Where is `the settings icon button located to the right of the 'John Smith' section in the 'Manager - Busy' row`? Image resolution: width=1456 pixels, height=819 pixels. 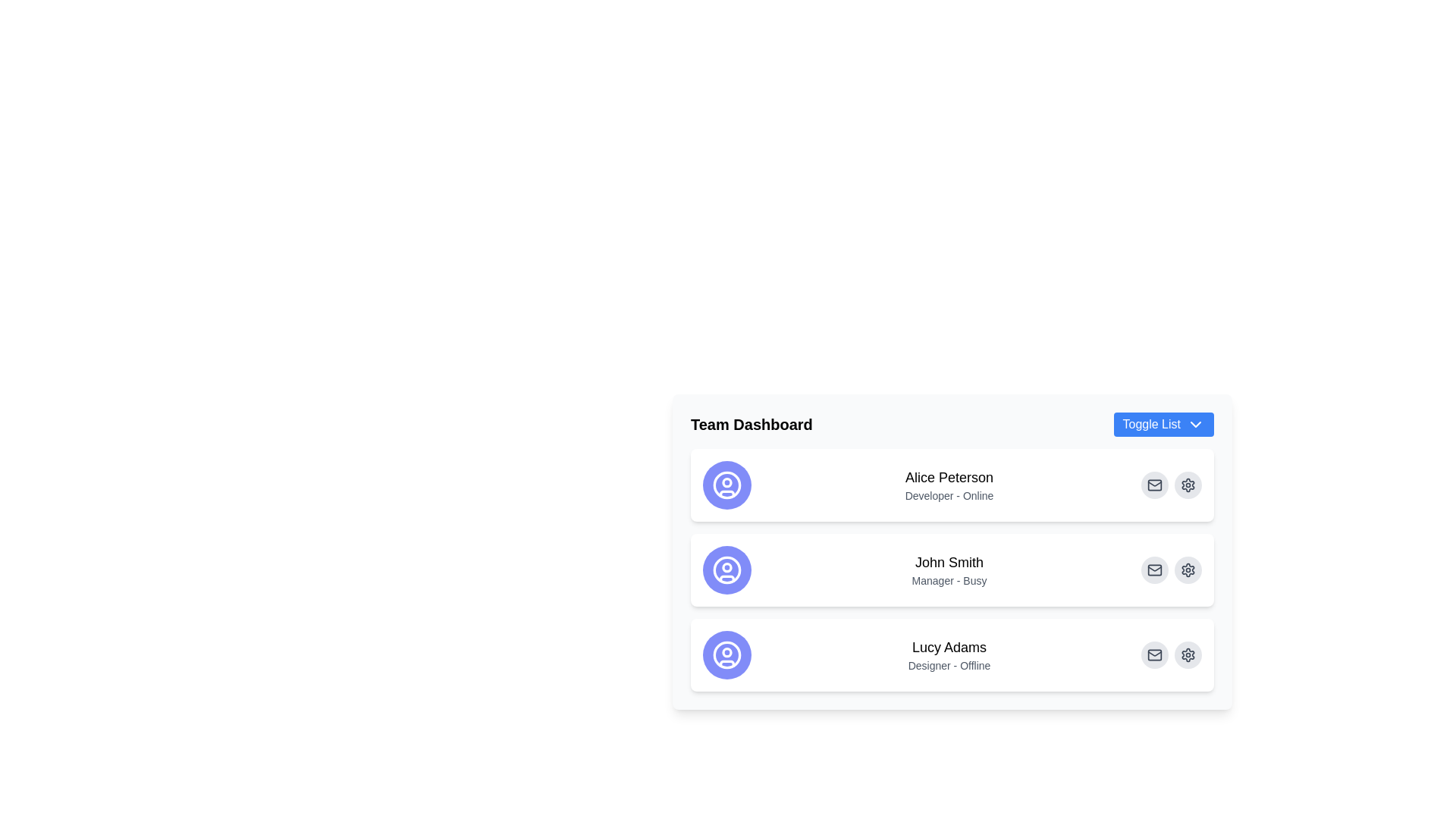 the settings icon button located to the right of the 'John Smith' section in the 'Manager - Busy' row is located at coordinates (1187, 570).